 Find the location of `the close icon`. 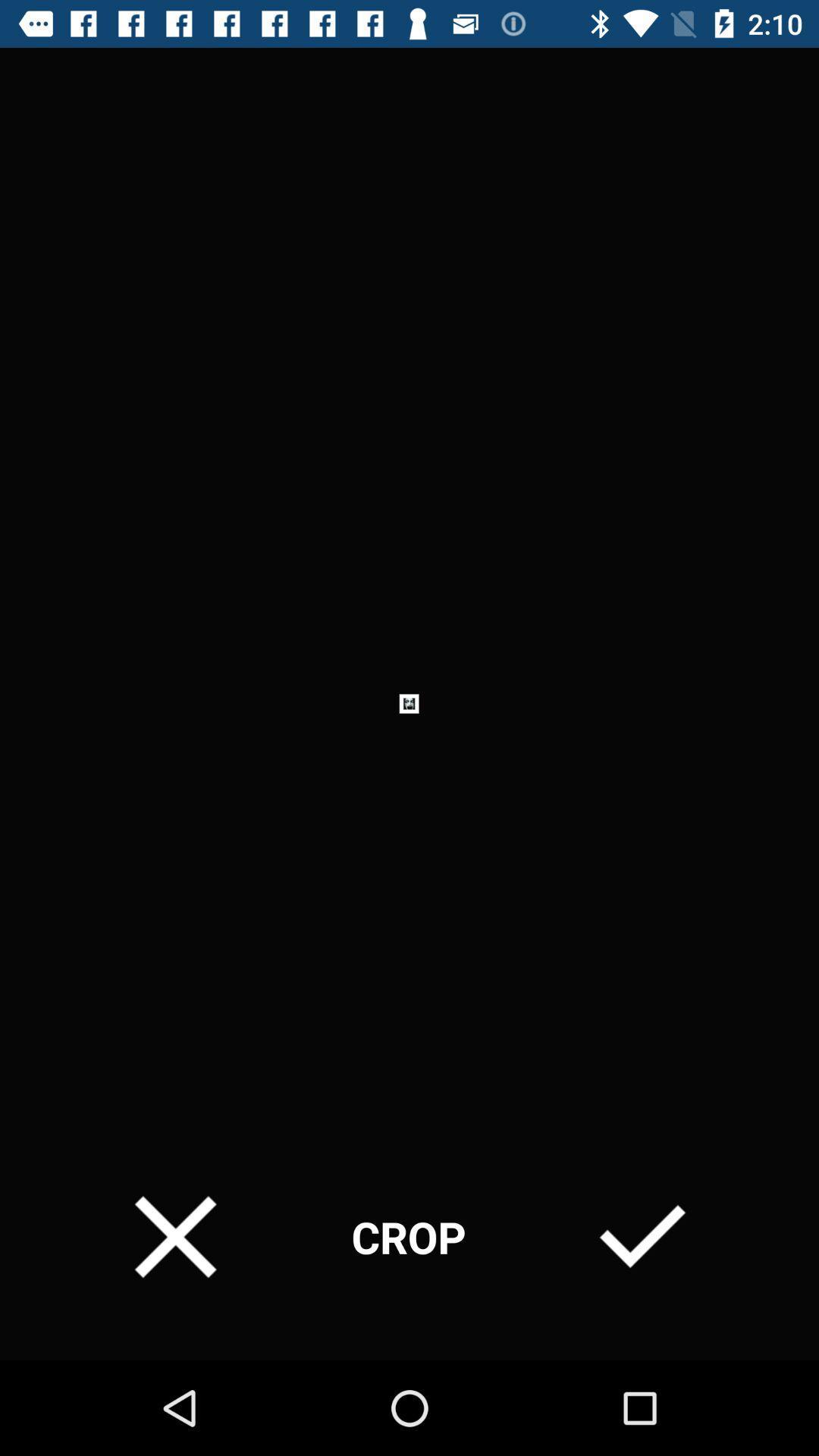

the close icon is located at coordinates (174, 1237).